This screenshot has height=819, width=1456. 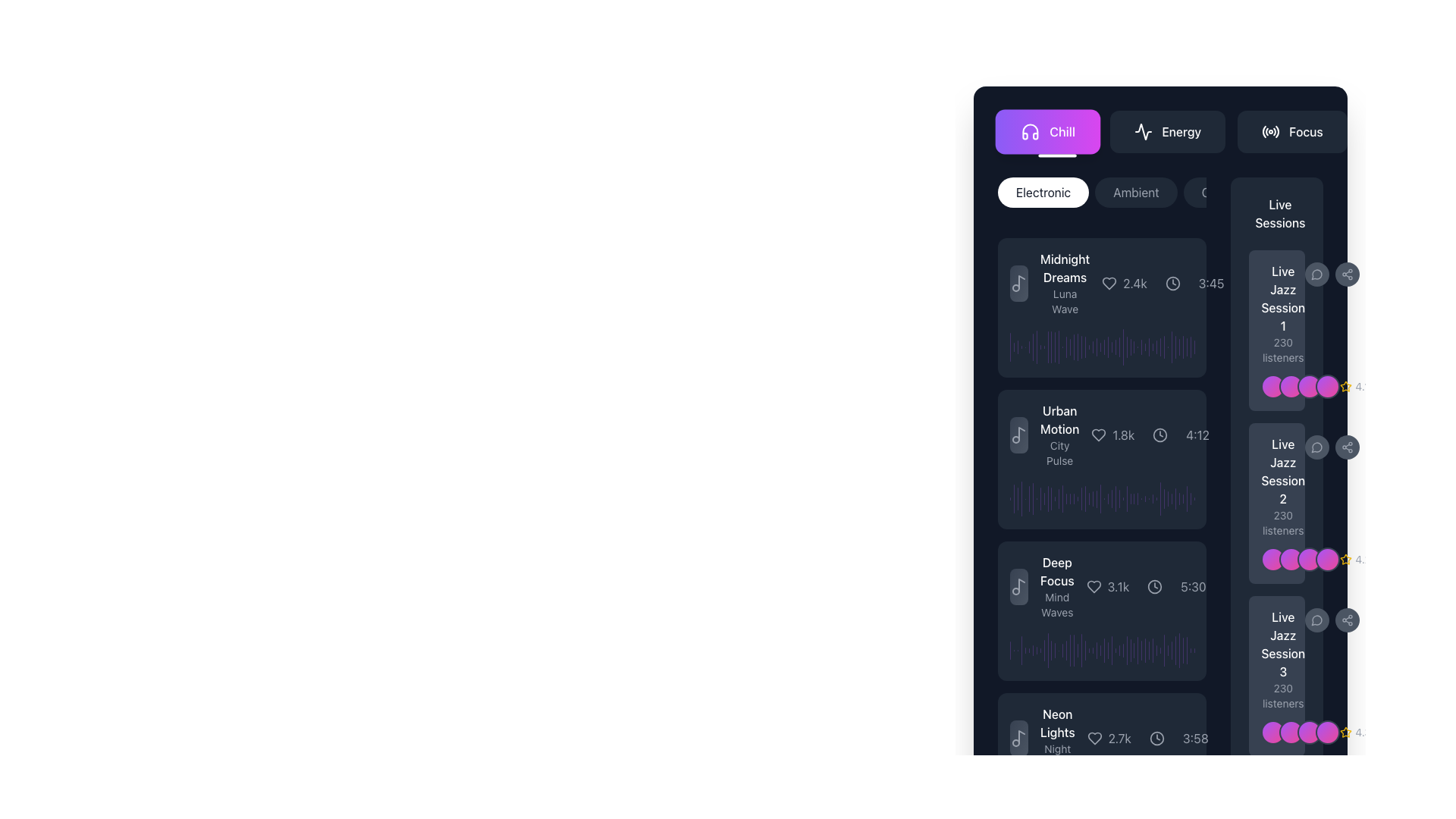 I want to click on the 42nd vertical purple graphical bar with rounded ends, located in the right section of the interface, so click(x=1171, y=499).